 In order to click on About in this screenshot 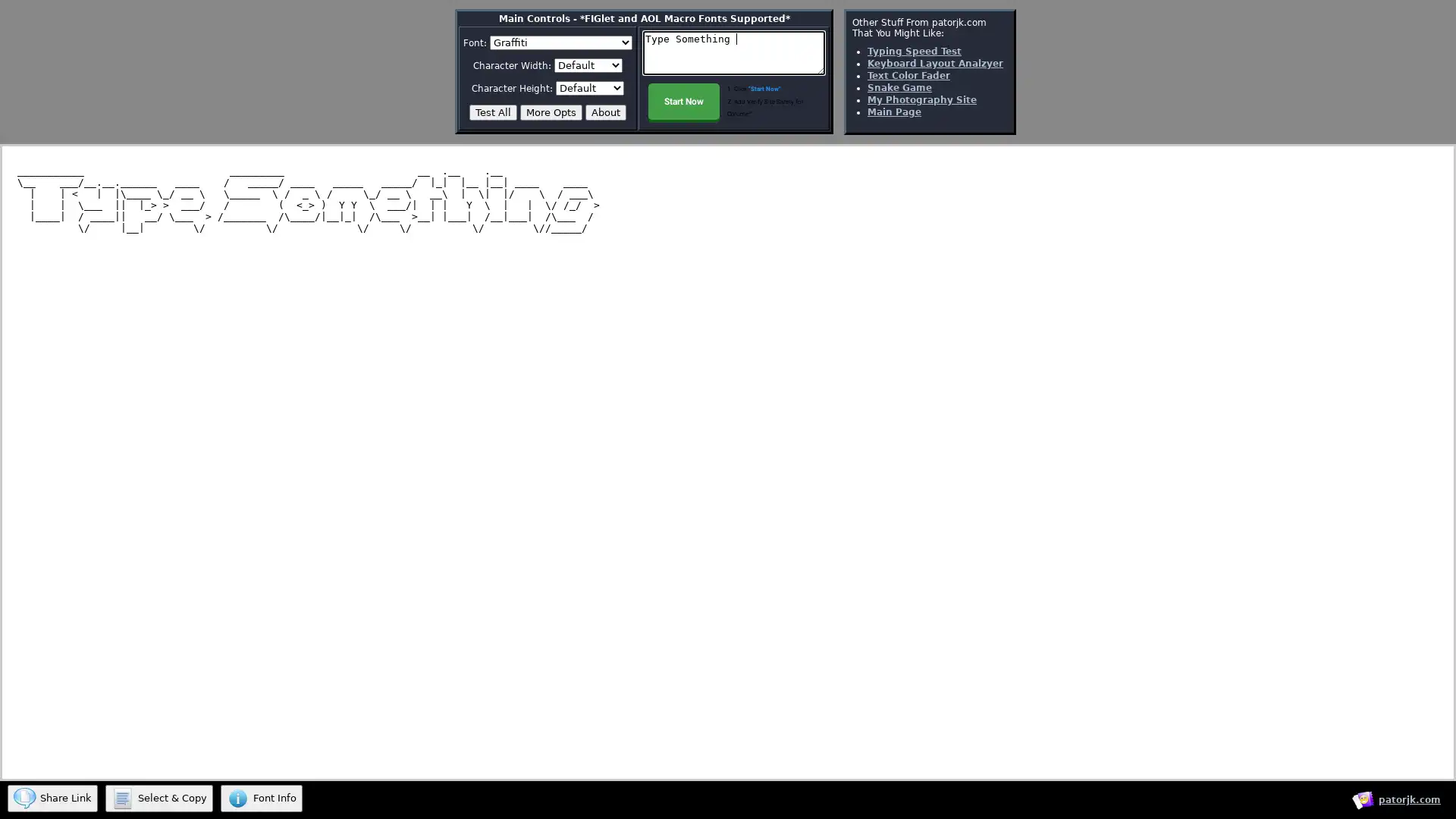, I will do `click(604, 111)`.